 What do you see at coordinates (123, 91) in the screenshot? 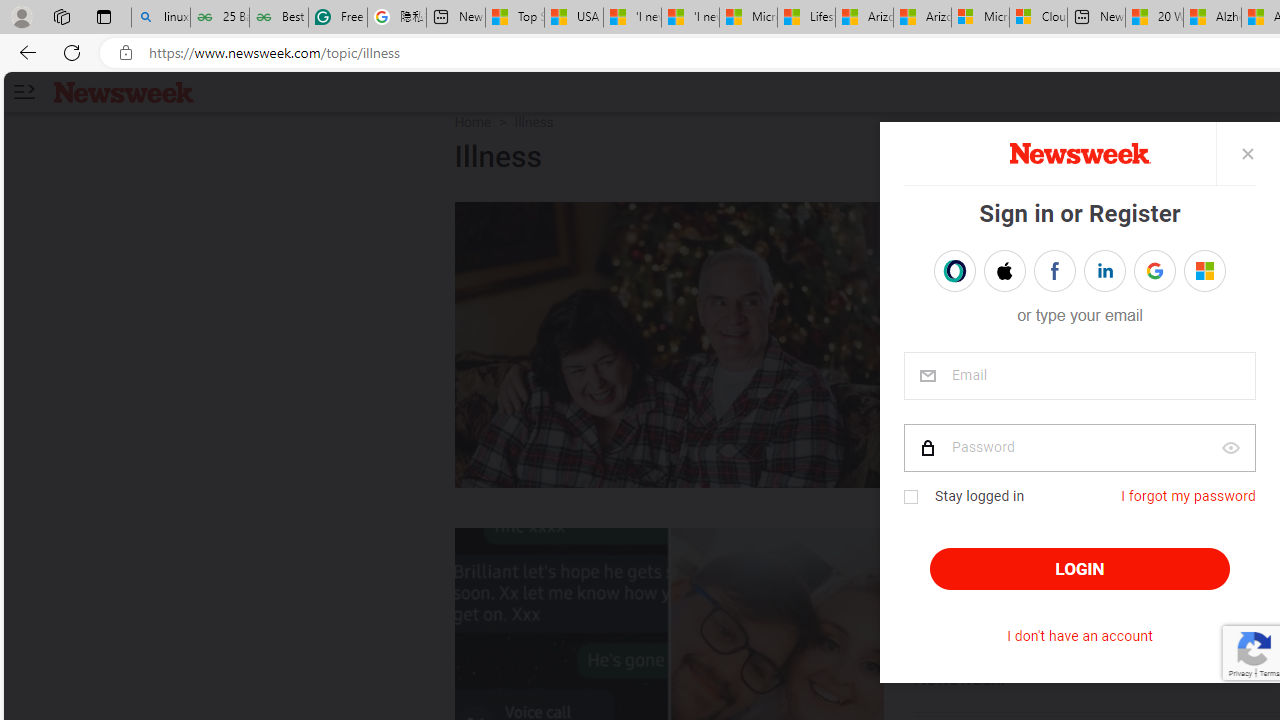
I see `'Newsweek logo'` at bounding box center [123, 91].